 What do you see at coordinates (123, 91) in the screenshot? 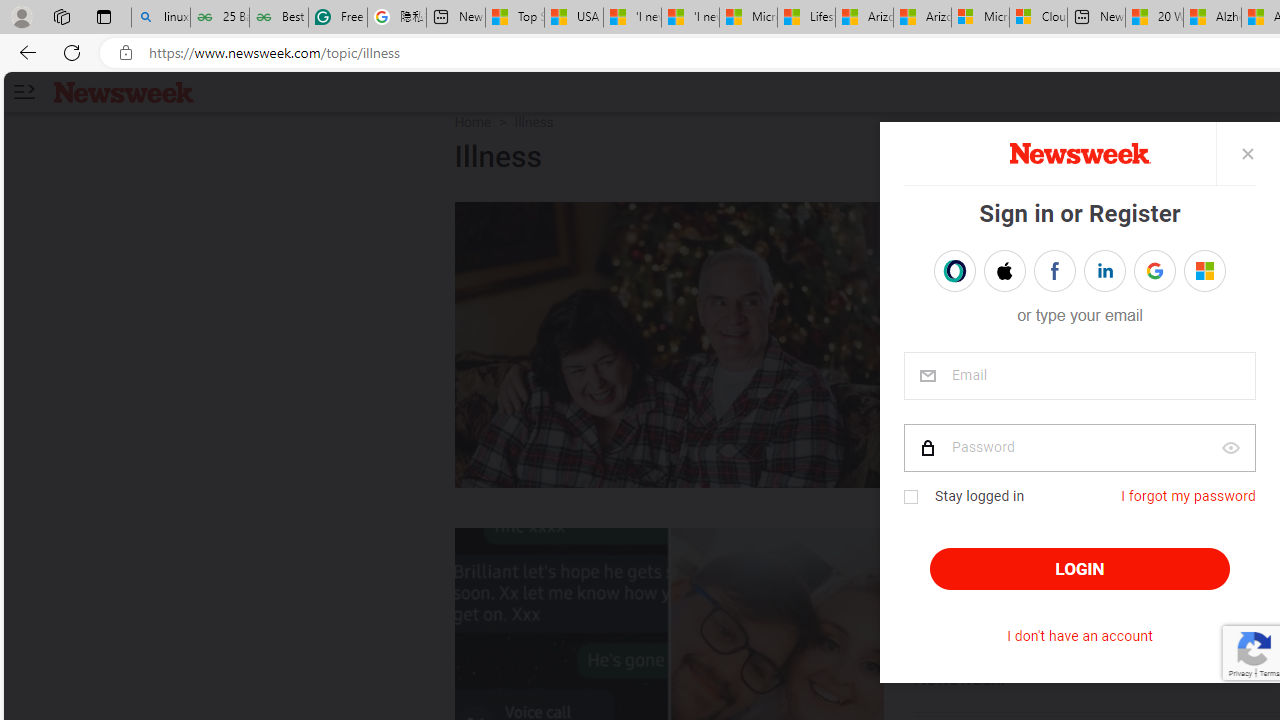
I see `'Newsweek logo'` at bounding box center [123, 91].